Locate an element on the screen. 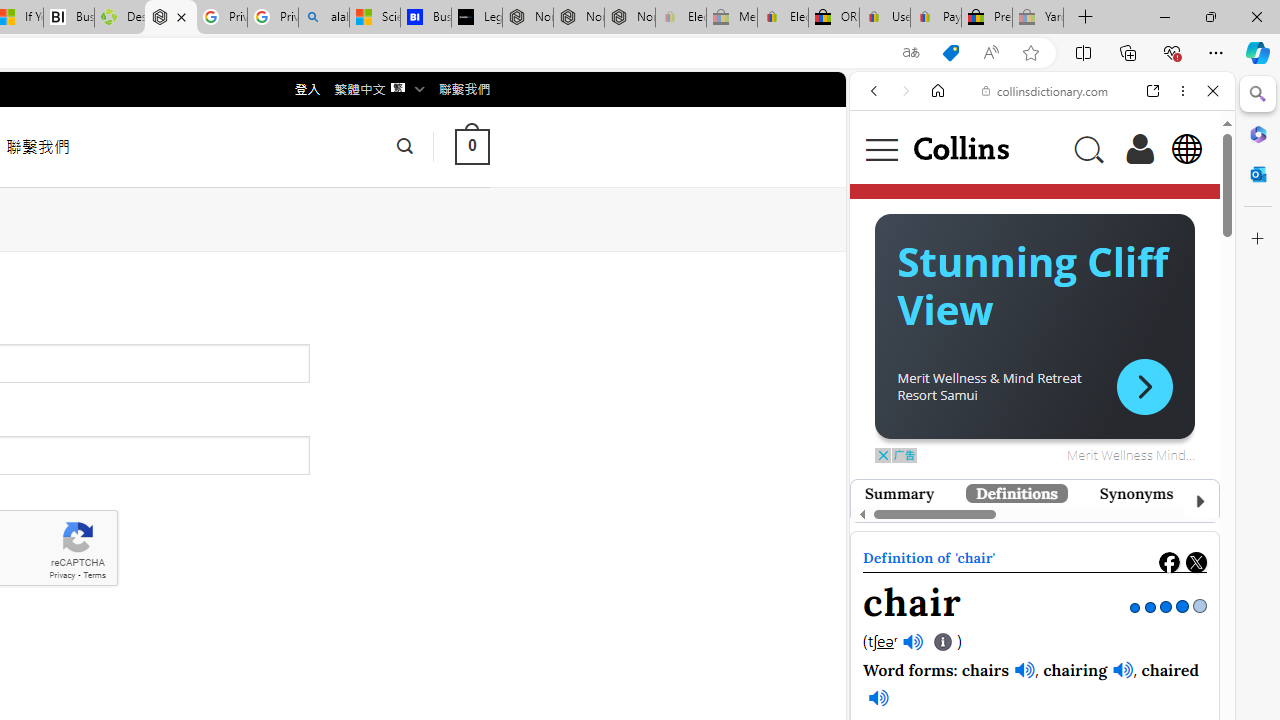 The image size is (1280, 720). 'Yard, Garden & Outdoor Living - Sleeping' is located at coordinates (1038, 17).